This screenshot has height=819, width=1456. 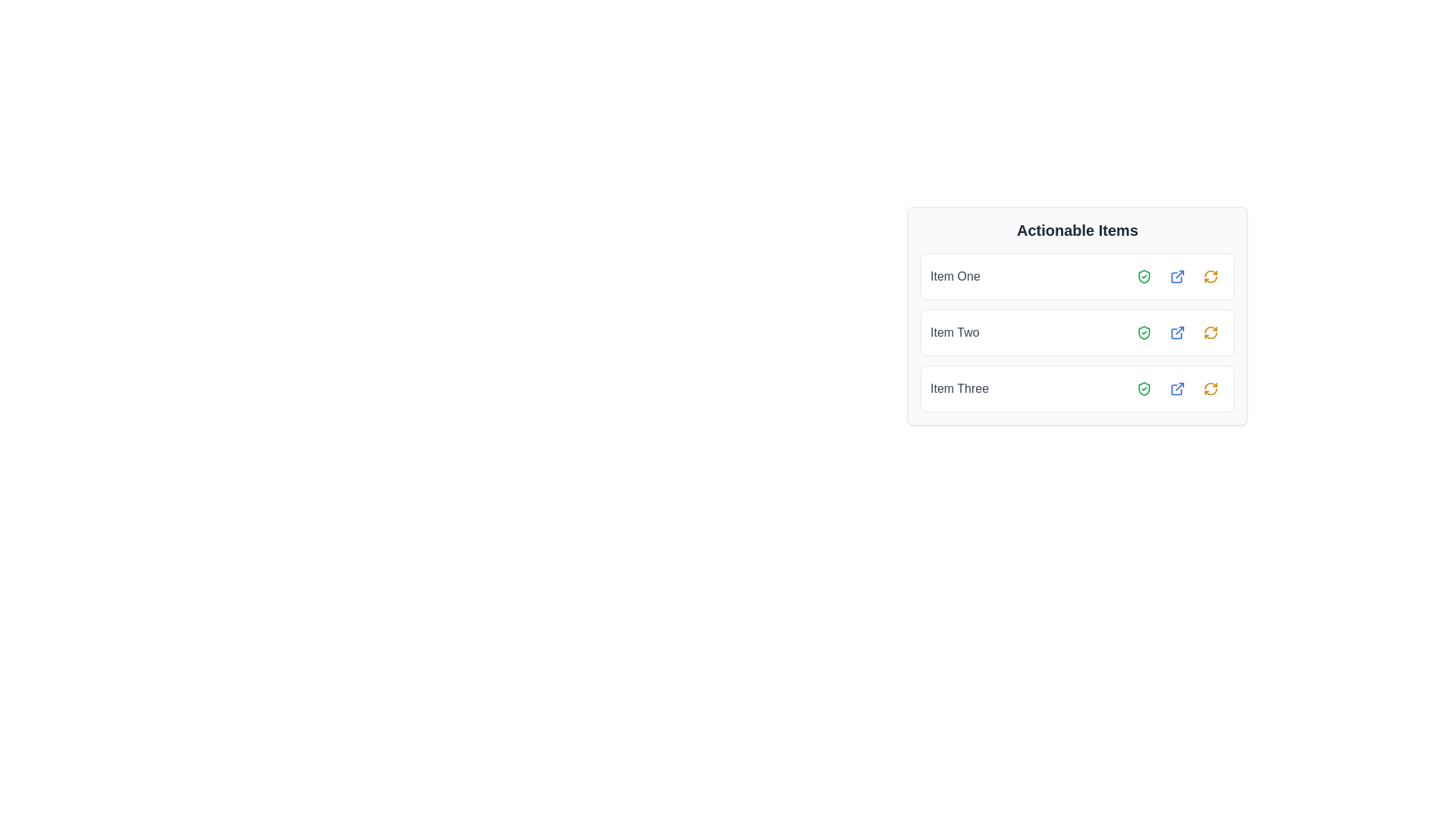 What do you see at coordinates (1076, 277) in the screenshot?
I see `the interactive icons of the first item in the list, labeled 'Item One'` at bounding box center [1076, 277].